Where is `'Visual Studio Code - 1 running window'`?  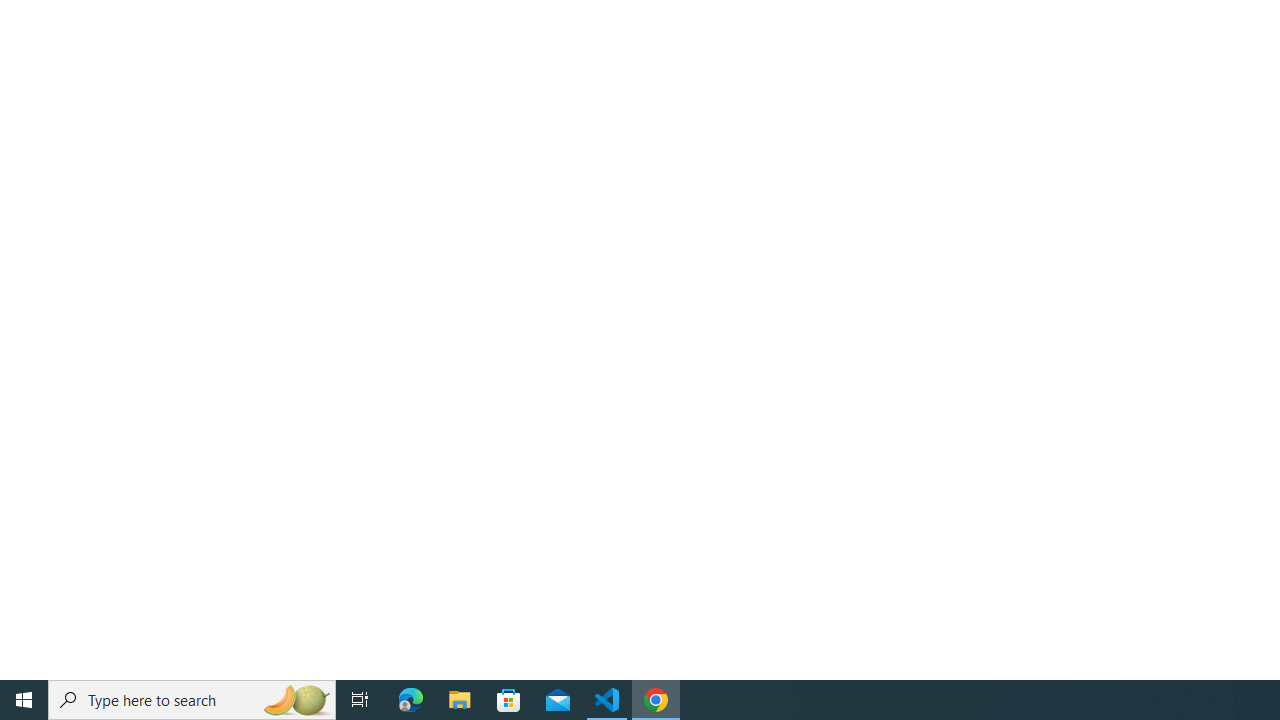
'Visual Studio Code - 1 running window' is located at coordinates (606, 698).